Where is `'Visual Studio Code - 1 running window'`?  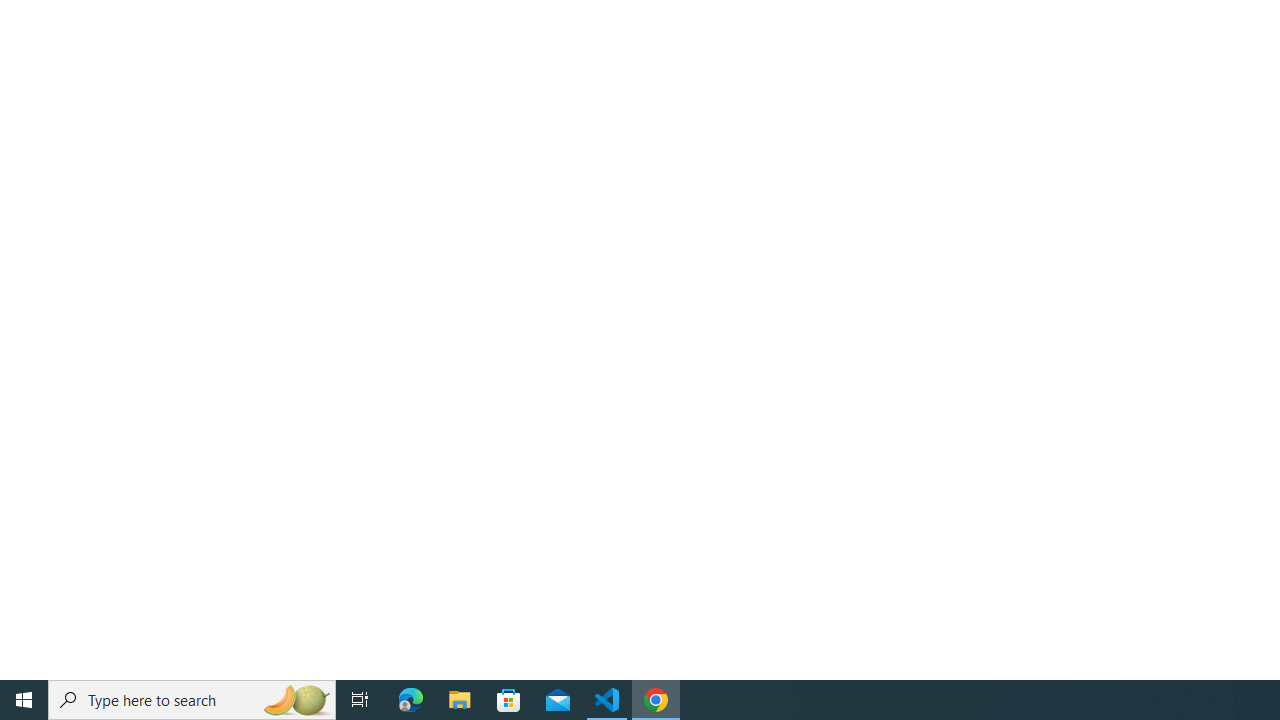
'Visual Studio Code - 1 running window' is located at coordinates (606, 698).